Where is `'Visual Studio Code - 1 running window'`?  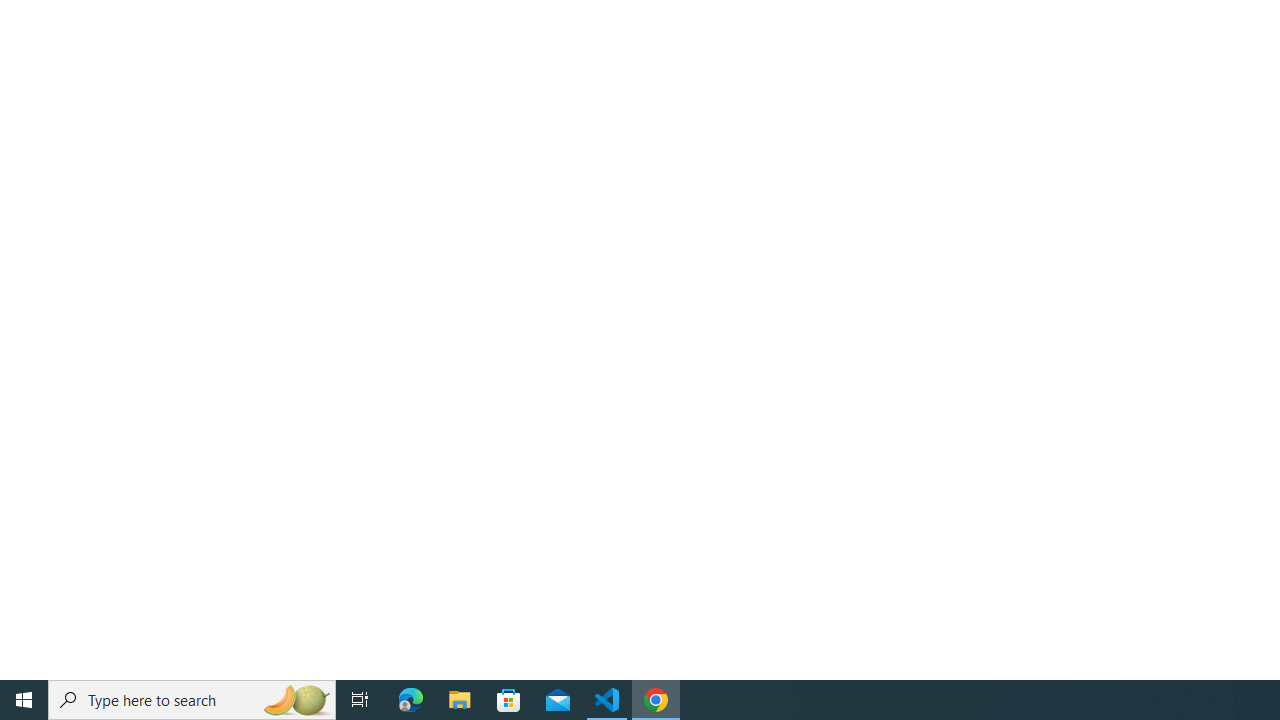
'Visual Studio Code - 1 running window' is located at coordinates (606, 698).